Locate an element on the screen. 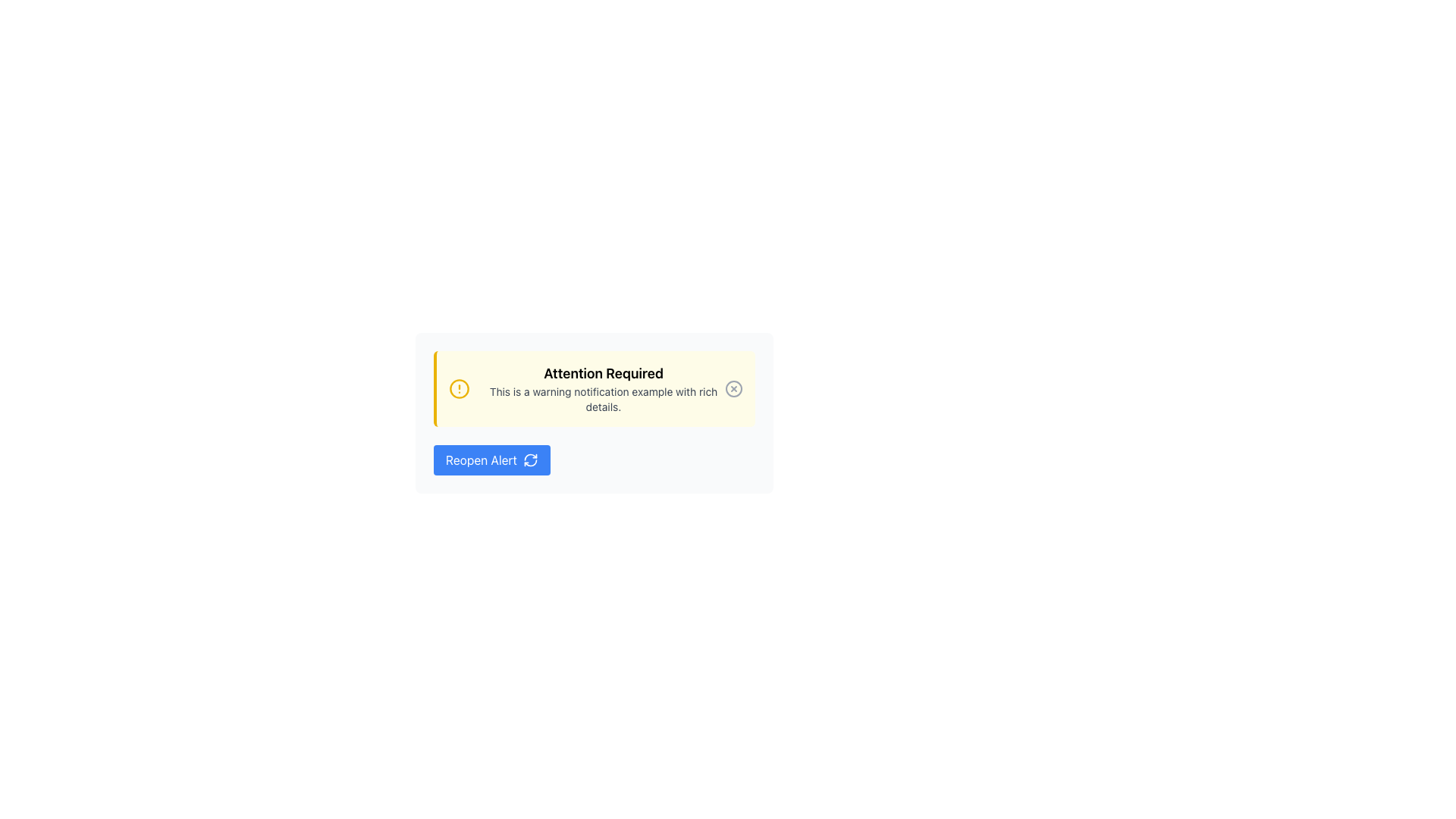 The width and height of the screenshot is (1456, 819). the dismissal button located on the far right side of the notification, aligned with the 'Attention Required' text is located at coordinates (734, 388).